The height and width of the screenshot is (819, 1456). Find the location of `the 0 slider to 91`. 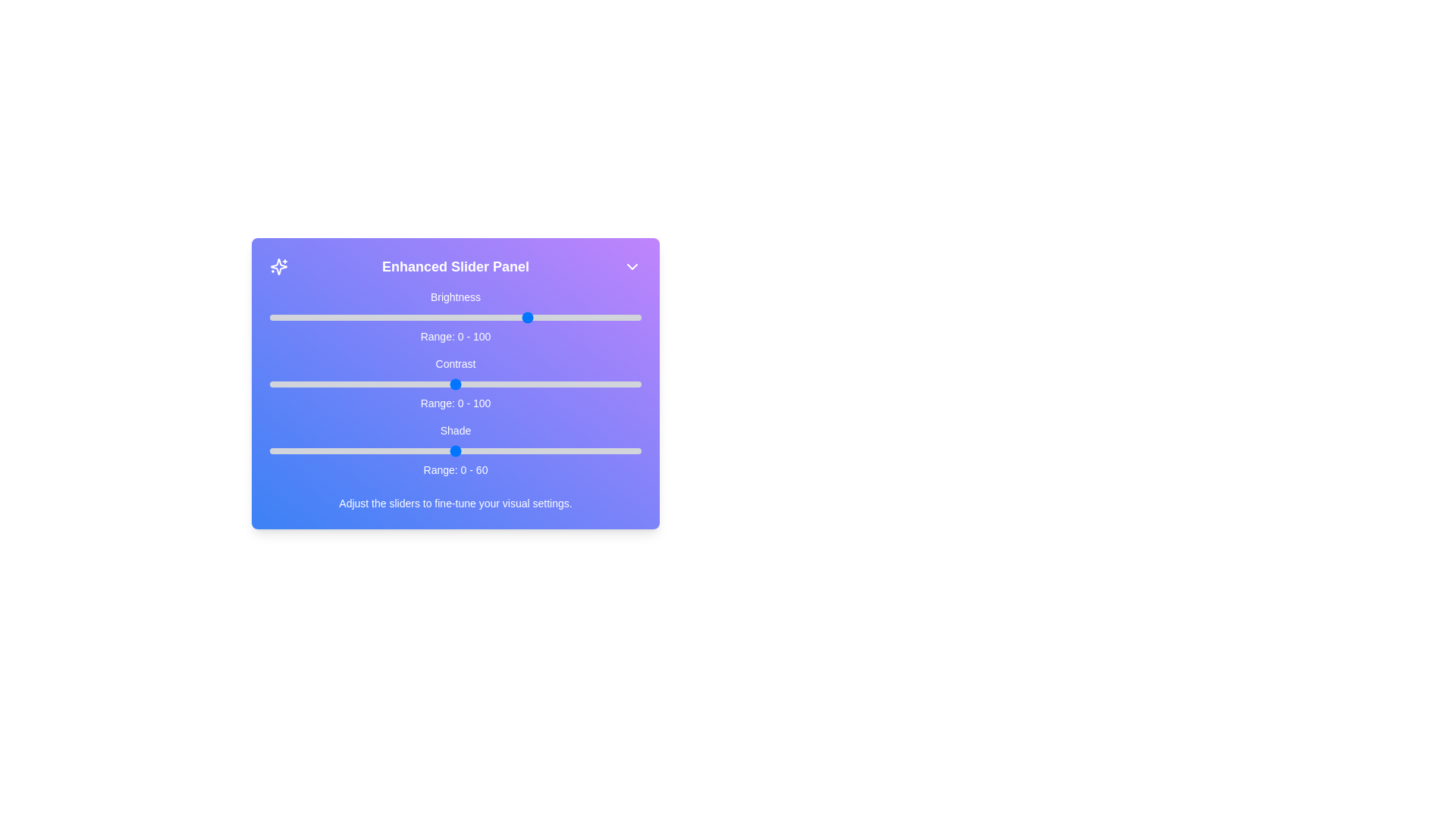

the 0 slider to 91 is located at coordinates (607, 317).